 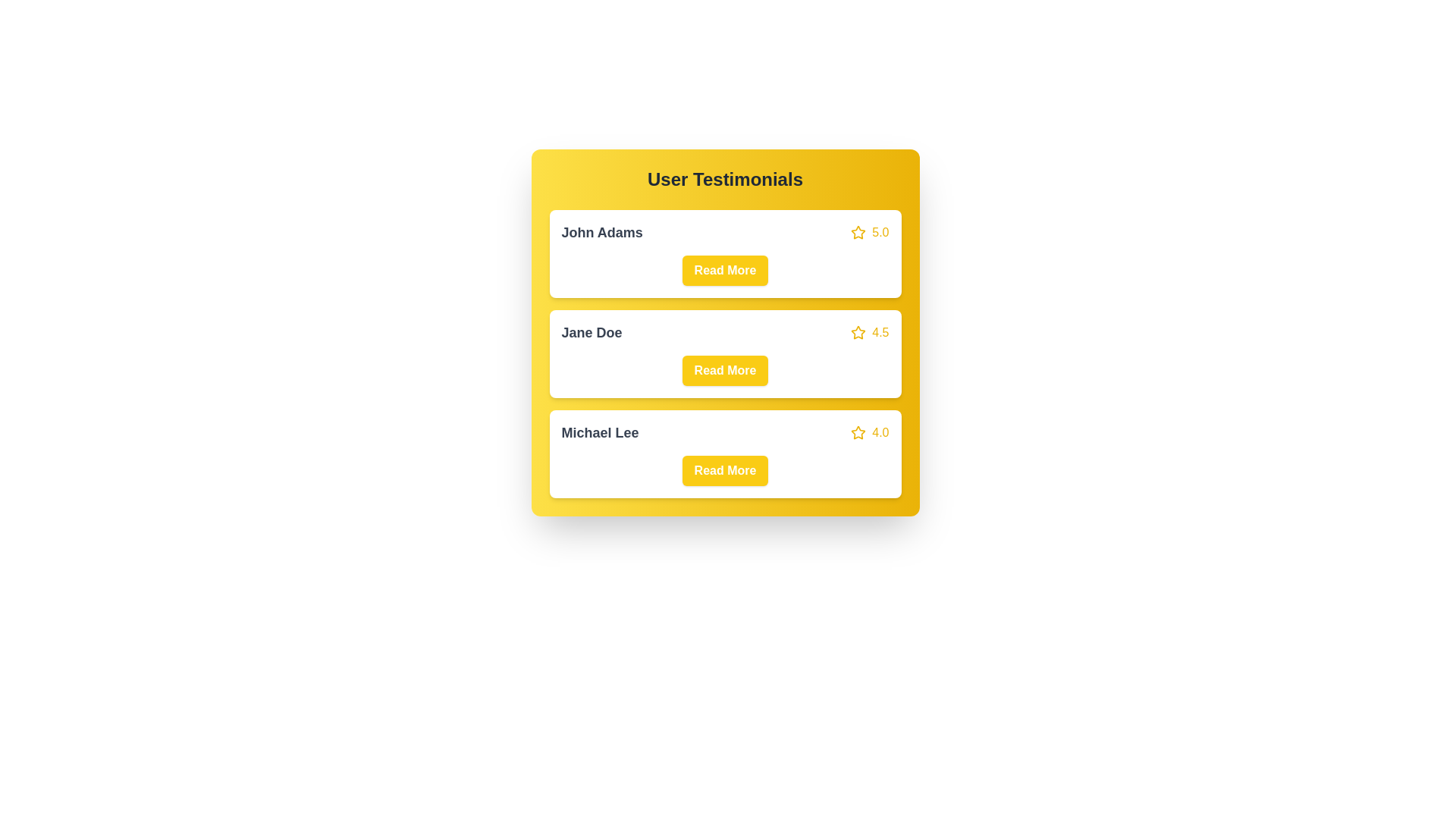 I want to click on the 'Read More' button for John Adams to expand or collapse the review, so click(x=724, y=270).